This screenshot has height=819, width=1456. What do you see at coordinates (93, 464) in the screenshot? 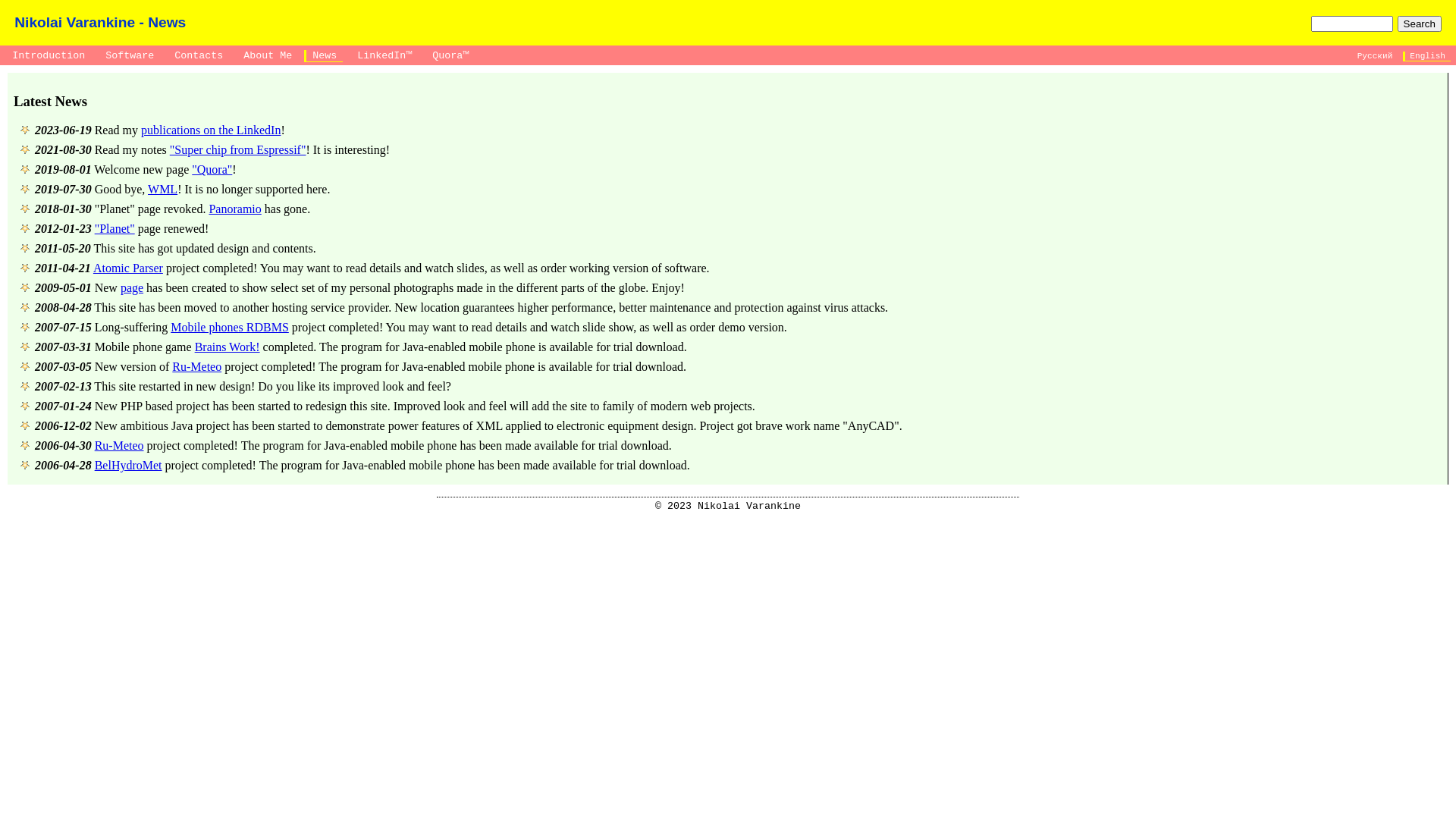
I see `'BelHydroMet'` at bounding box center [93, 464].